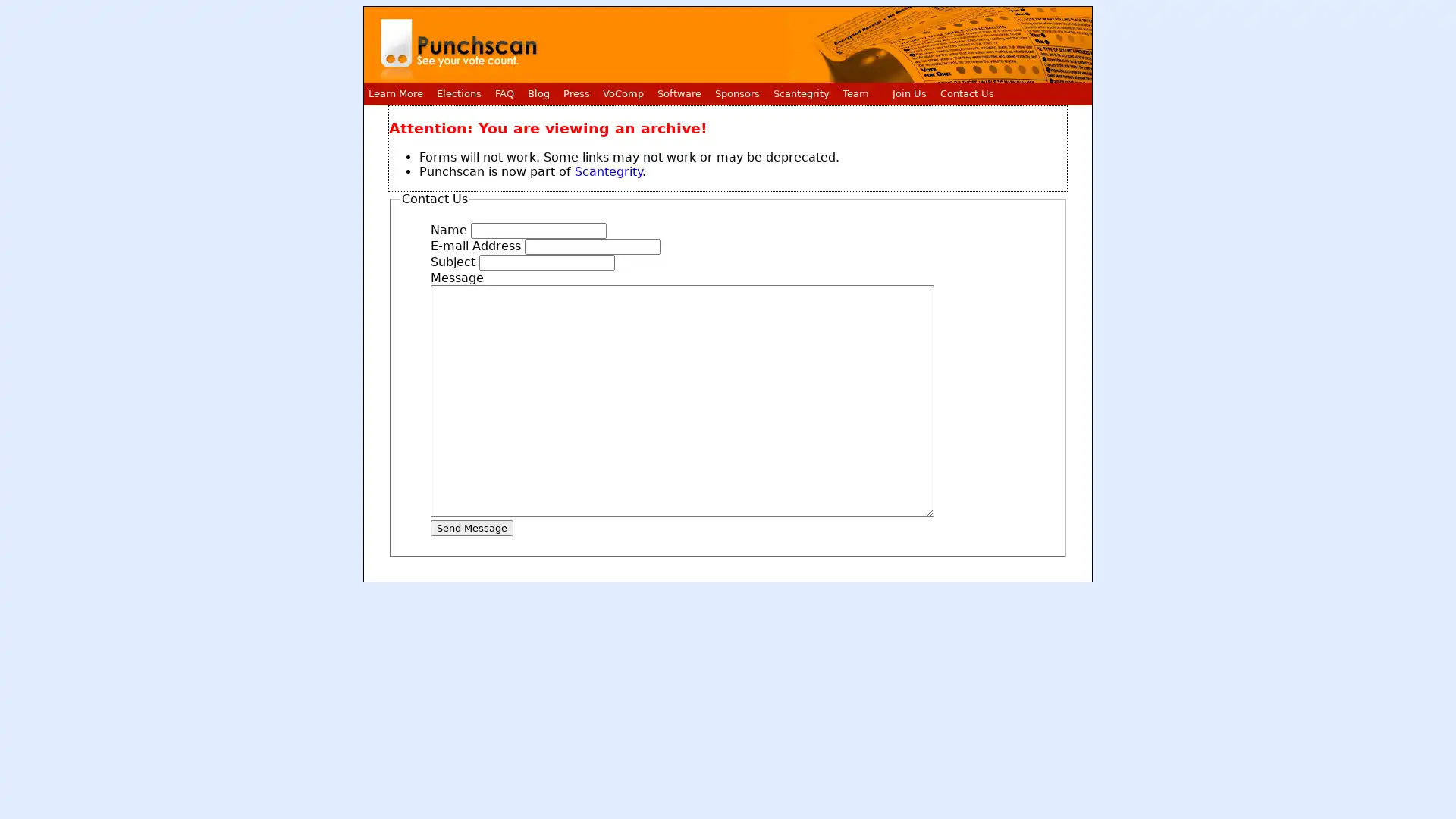  I want to click on Send Message, so click(471, 526).